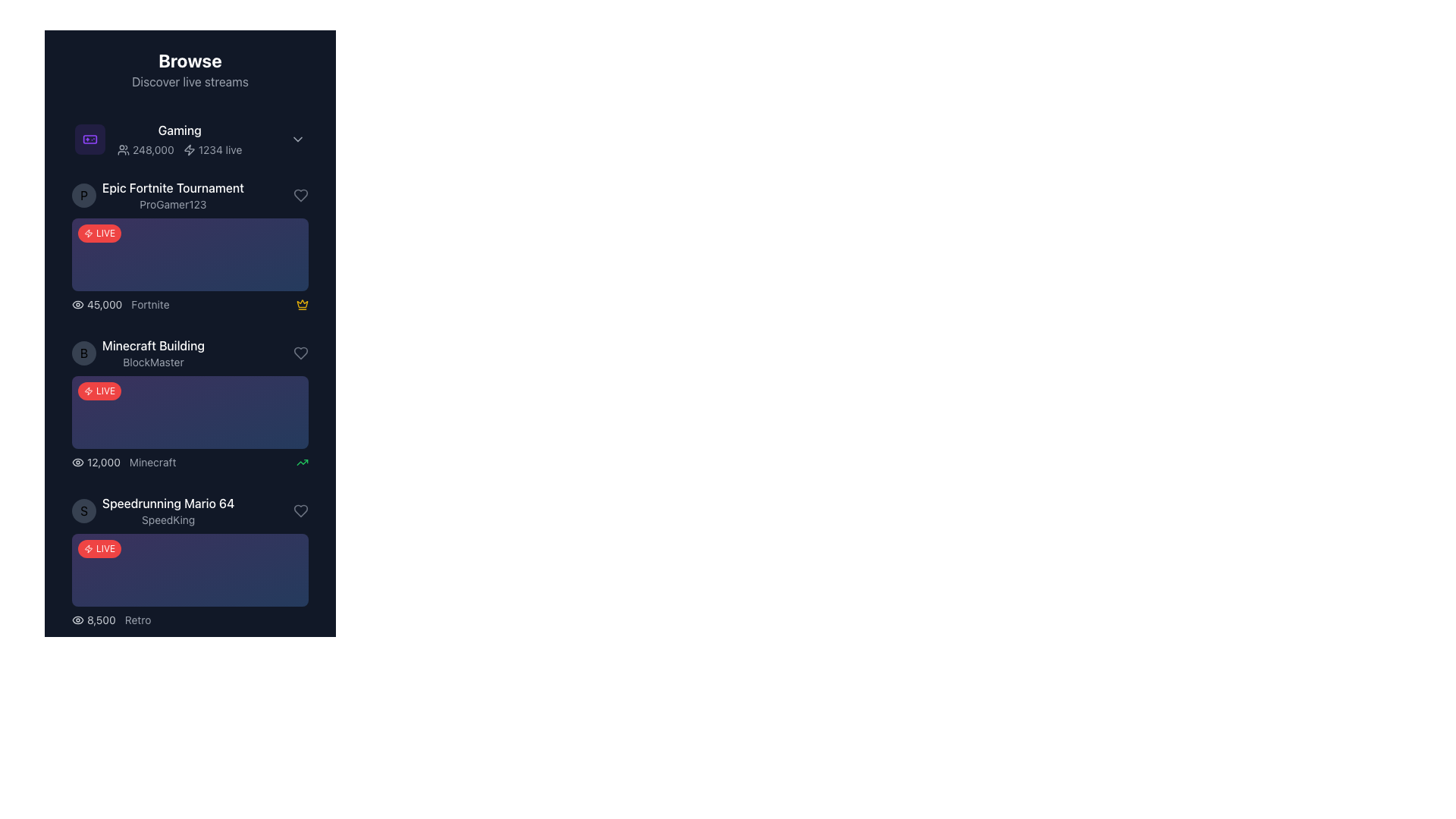 Image resolution: width=1456 pixels, height=819 pixels. Describe the element at coordinates (111, 620) in the screenshot. I see `the text element displaying '8,500' followed by 'Retro' with an eye icon, located at the bottom of the last card under 'Speedrunning Mario 64'` at that location.